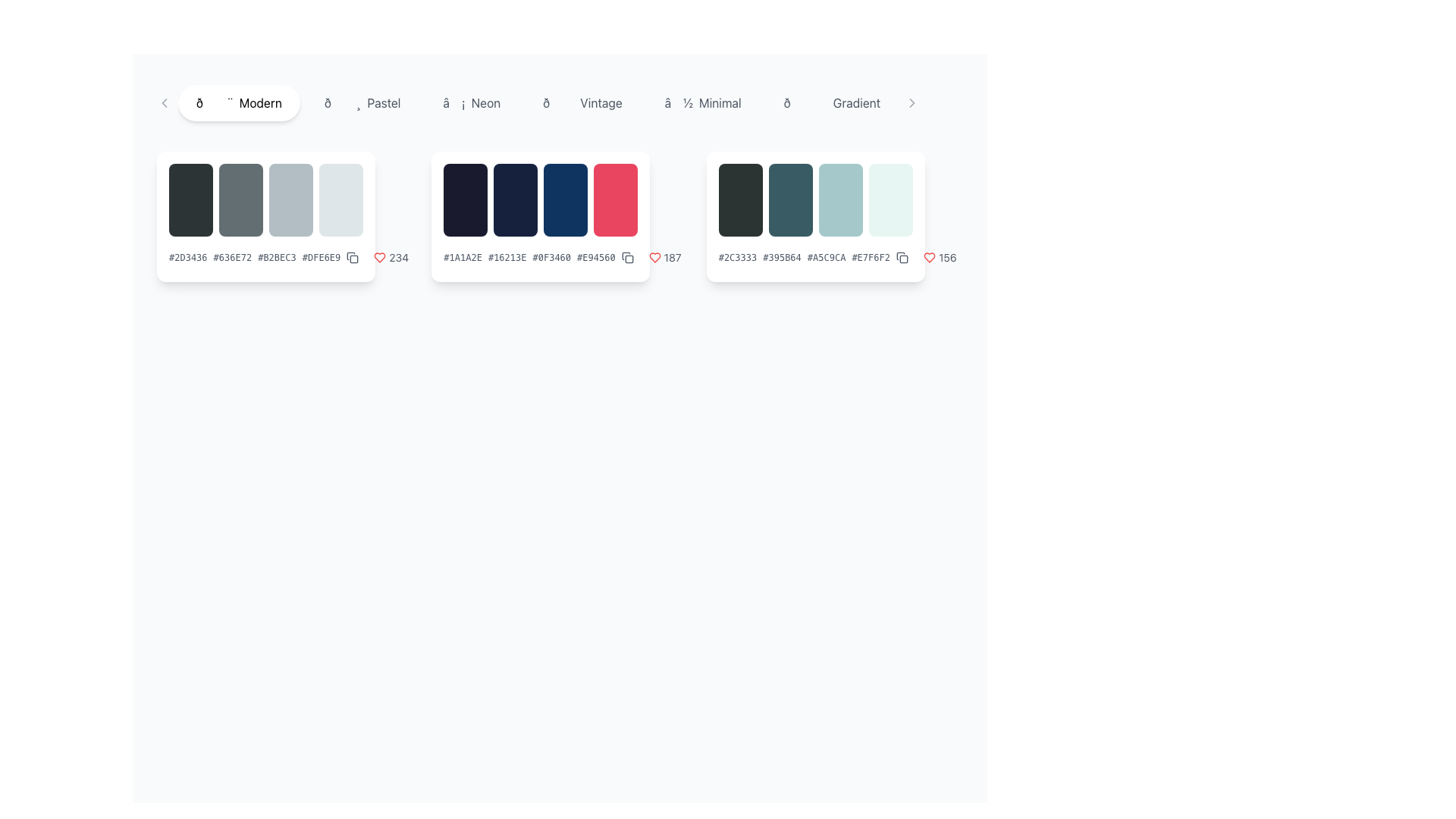 This screenshot has height=819, width=1456. Describe the element at coordinates (190, 199) in the screenshot. I see `the first static rectangular block representing a color option in the collection, located under the word 'Modern'` at that location.